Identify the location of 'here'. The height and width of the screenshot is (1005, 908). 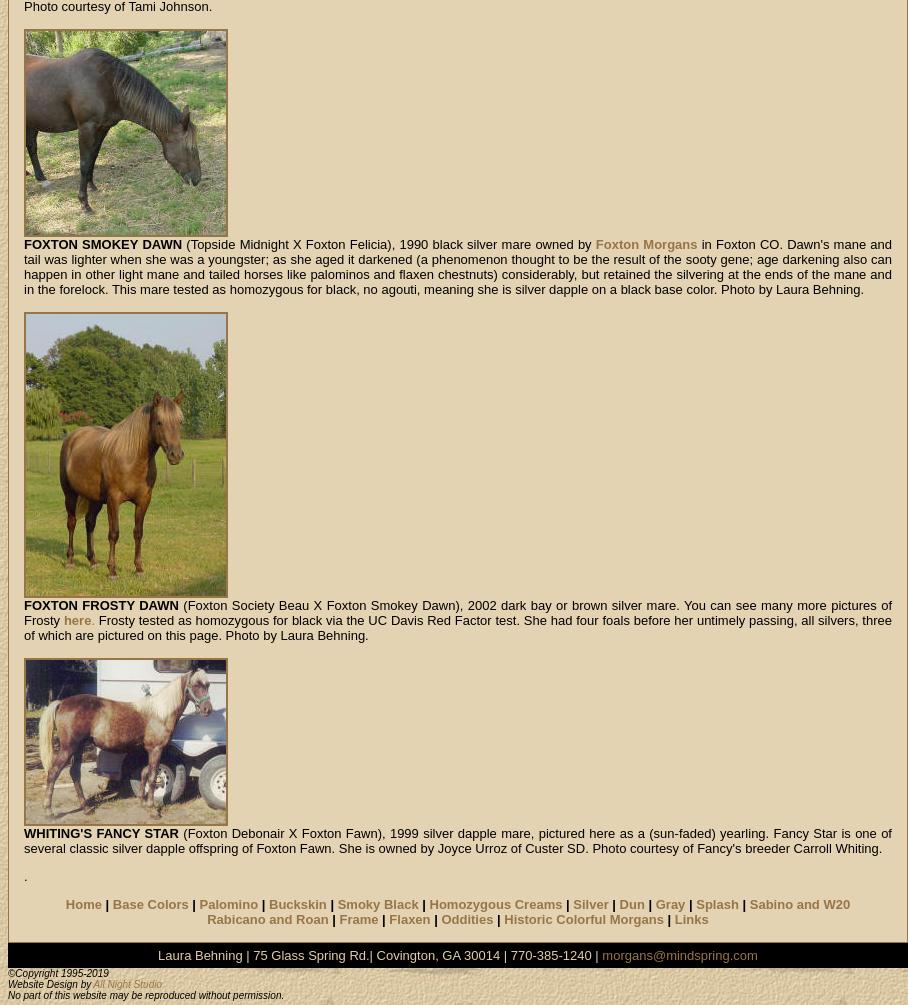
(75, 619).